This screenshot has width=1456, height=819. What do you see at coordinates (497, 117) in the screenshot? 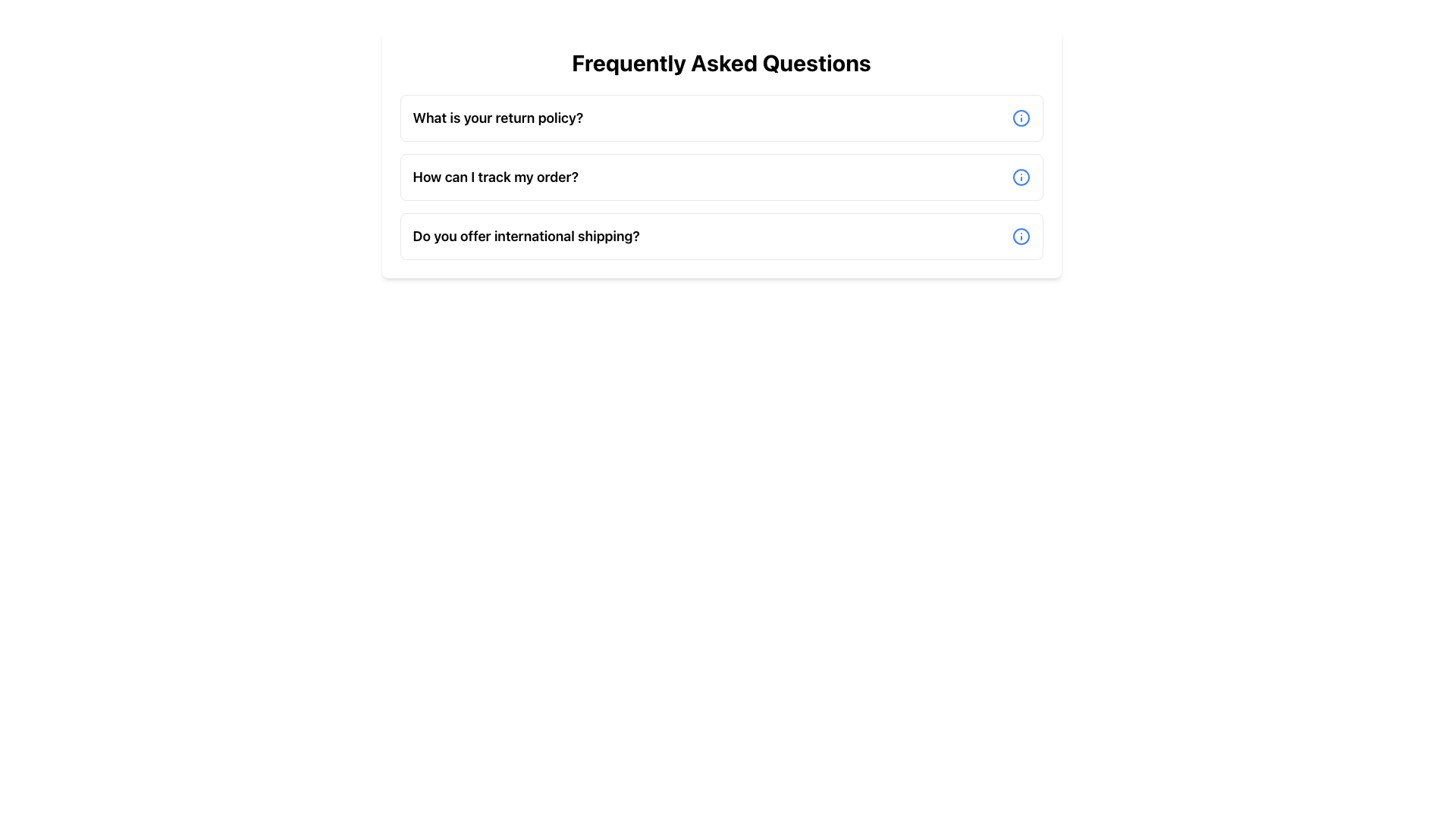
I see `the text element displaying the question 'What is your return policy?' which is prominently styled as a header in the 'Frequently Asked Questions' section` at bounding box center [497, 117].